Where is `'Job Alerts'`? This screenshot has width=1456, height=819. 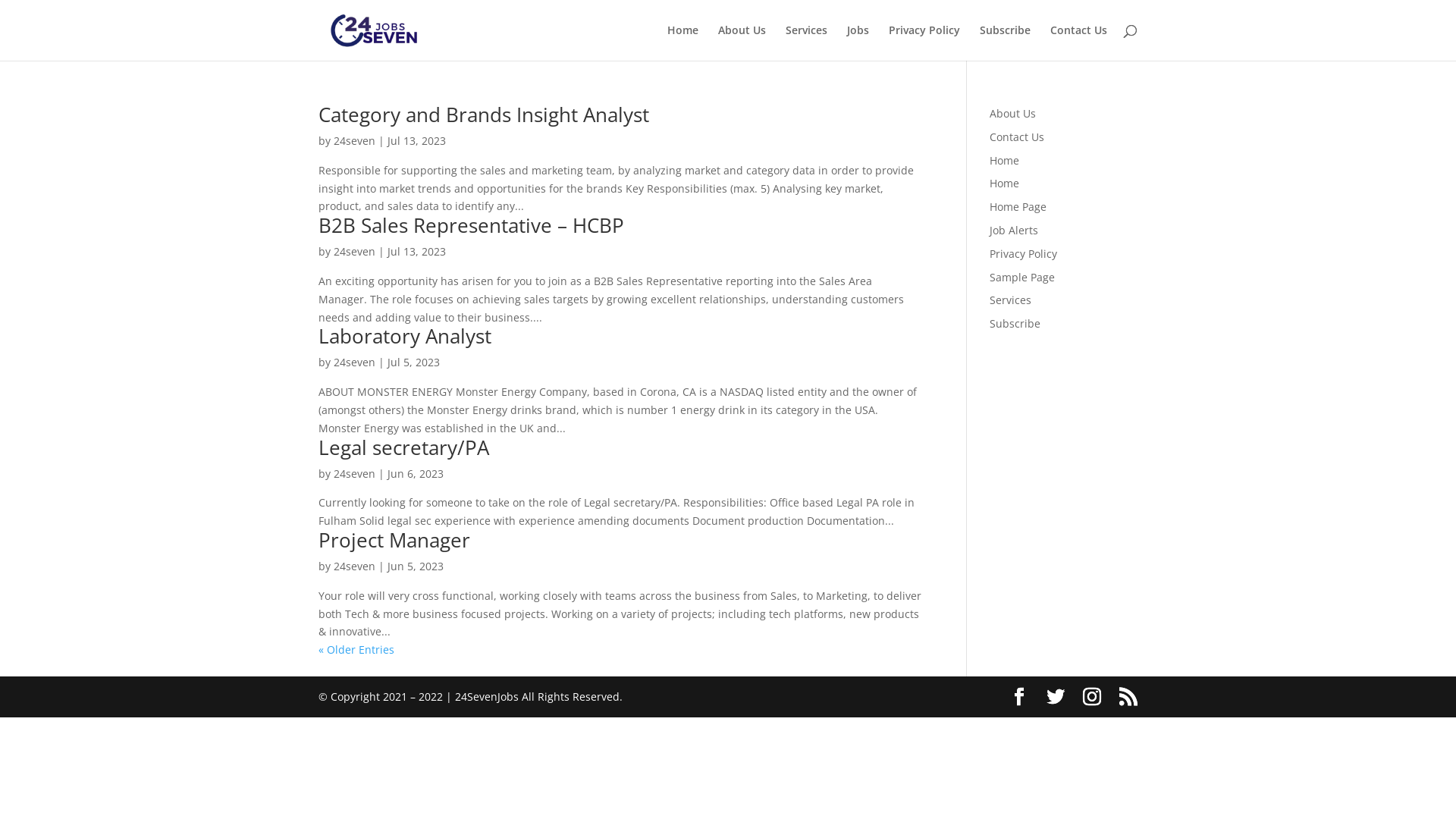
'Job Alerts' is located at coordinates (1014, 230).